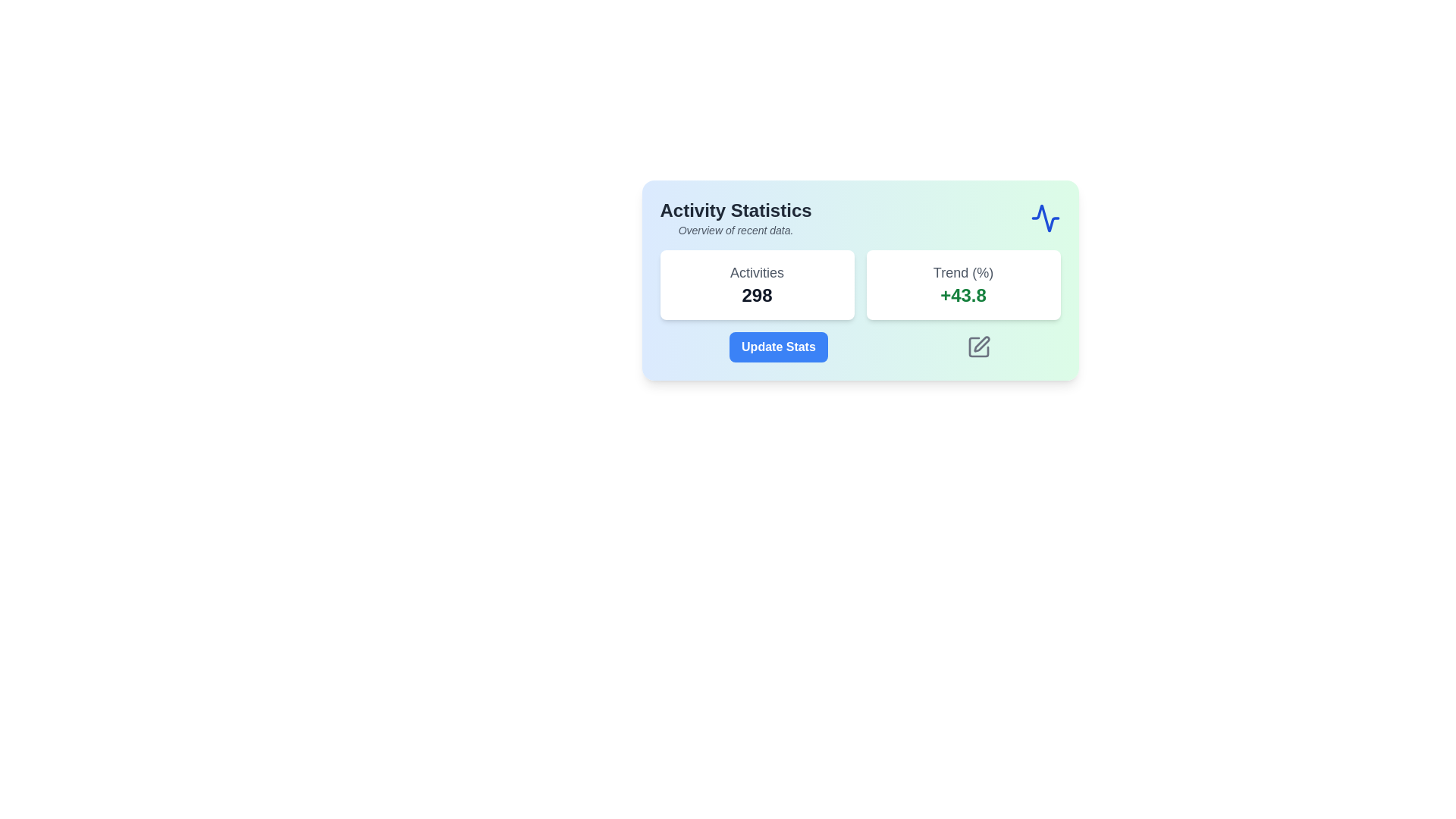 This screenshot has width=1456, height=819. I want to click on the update button located centrally below the 'Activities' and 'Trend (%)' sections in the primary card layout, so click(778, 347).